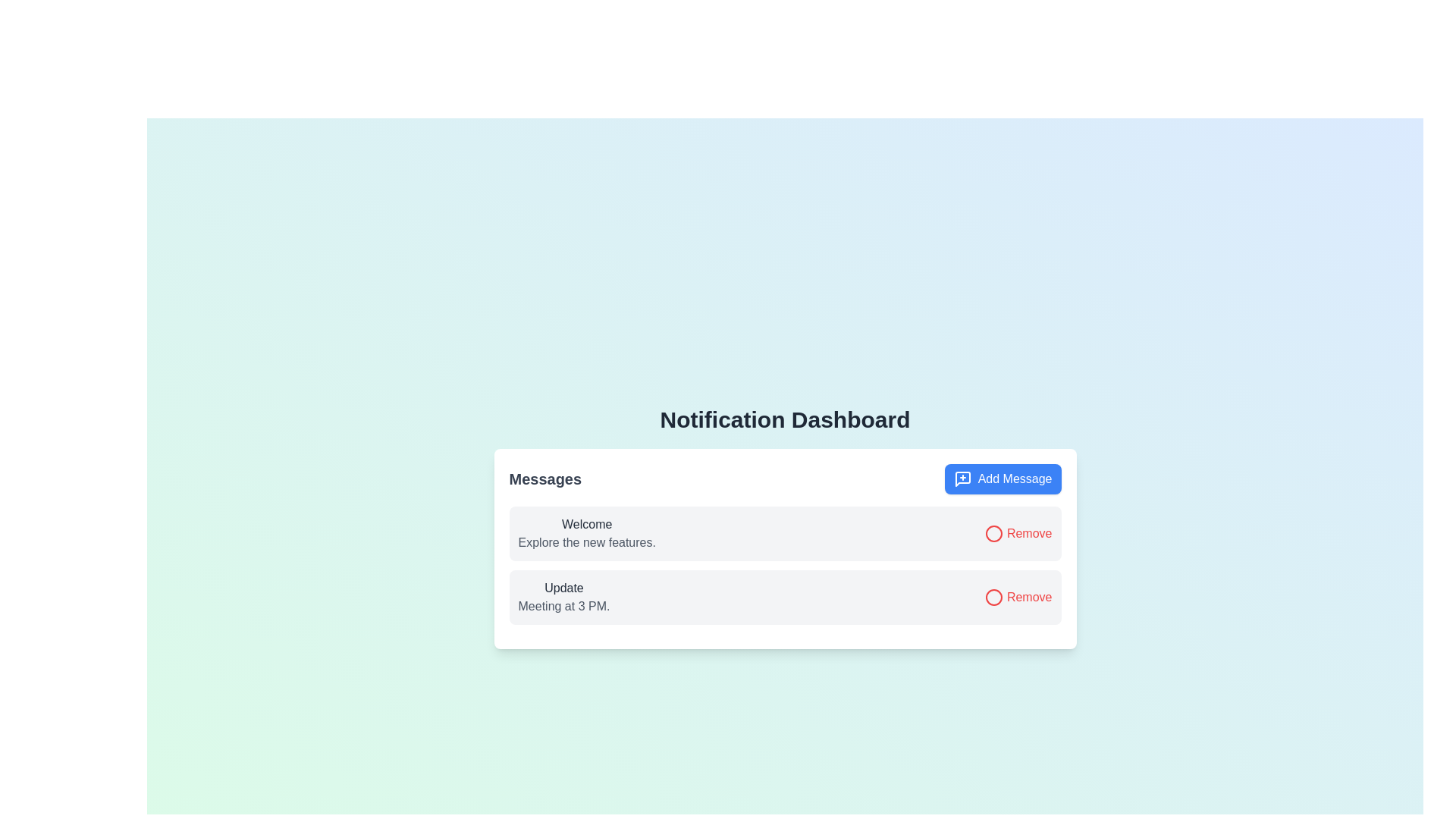 This screenshot has height=819, width=1456. Describe the element at coordinates (785, 420) in the screenshot. I see `the title text located near the top center of the interface, under a gradient background, to possibly trigger navigation` at that location.